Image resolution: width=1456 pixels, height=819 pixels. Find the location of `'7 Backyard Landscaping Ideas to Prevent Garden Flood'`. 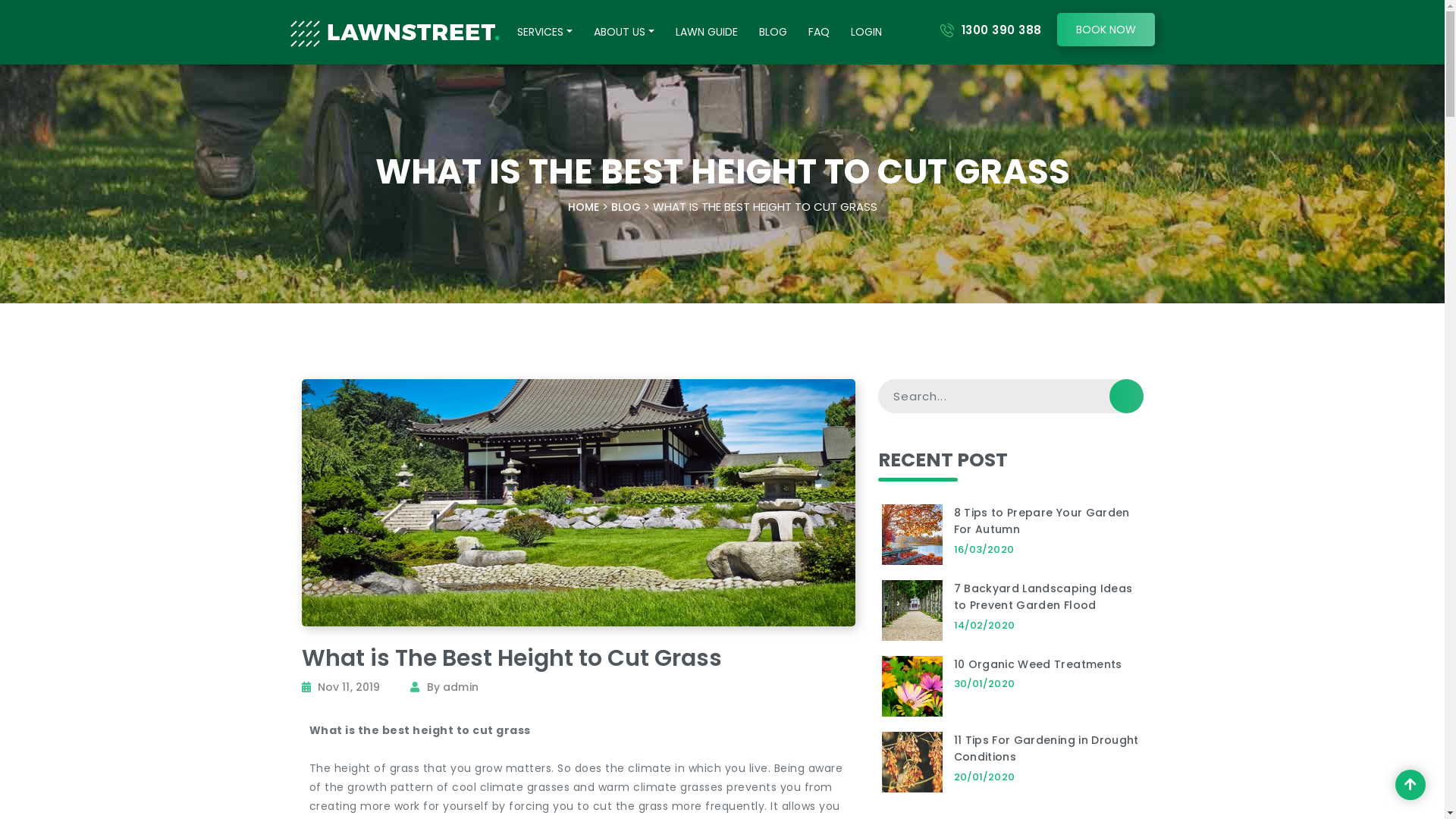

'7 Backyard Landscaping Ideas to Prevent Garden Flood' is located at coordinates (1043, 596).